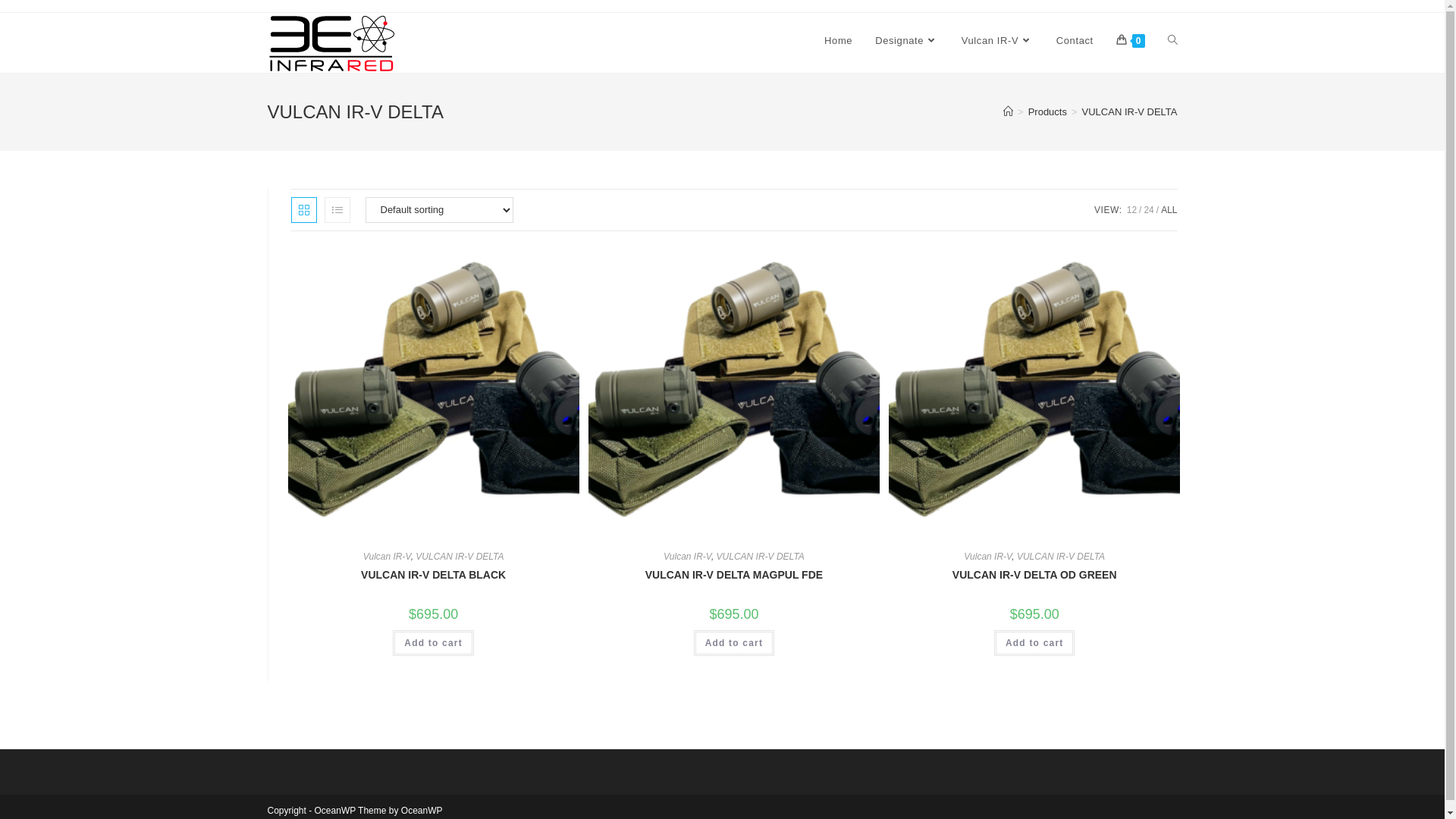 The width and height of the screenshot is (1456, 819). Describe the element at coordinates (337, 210) in the screenshot. I see `'List view'` at that location.